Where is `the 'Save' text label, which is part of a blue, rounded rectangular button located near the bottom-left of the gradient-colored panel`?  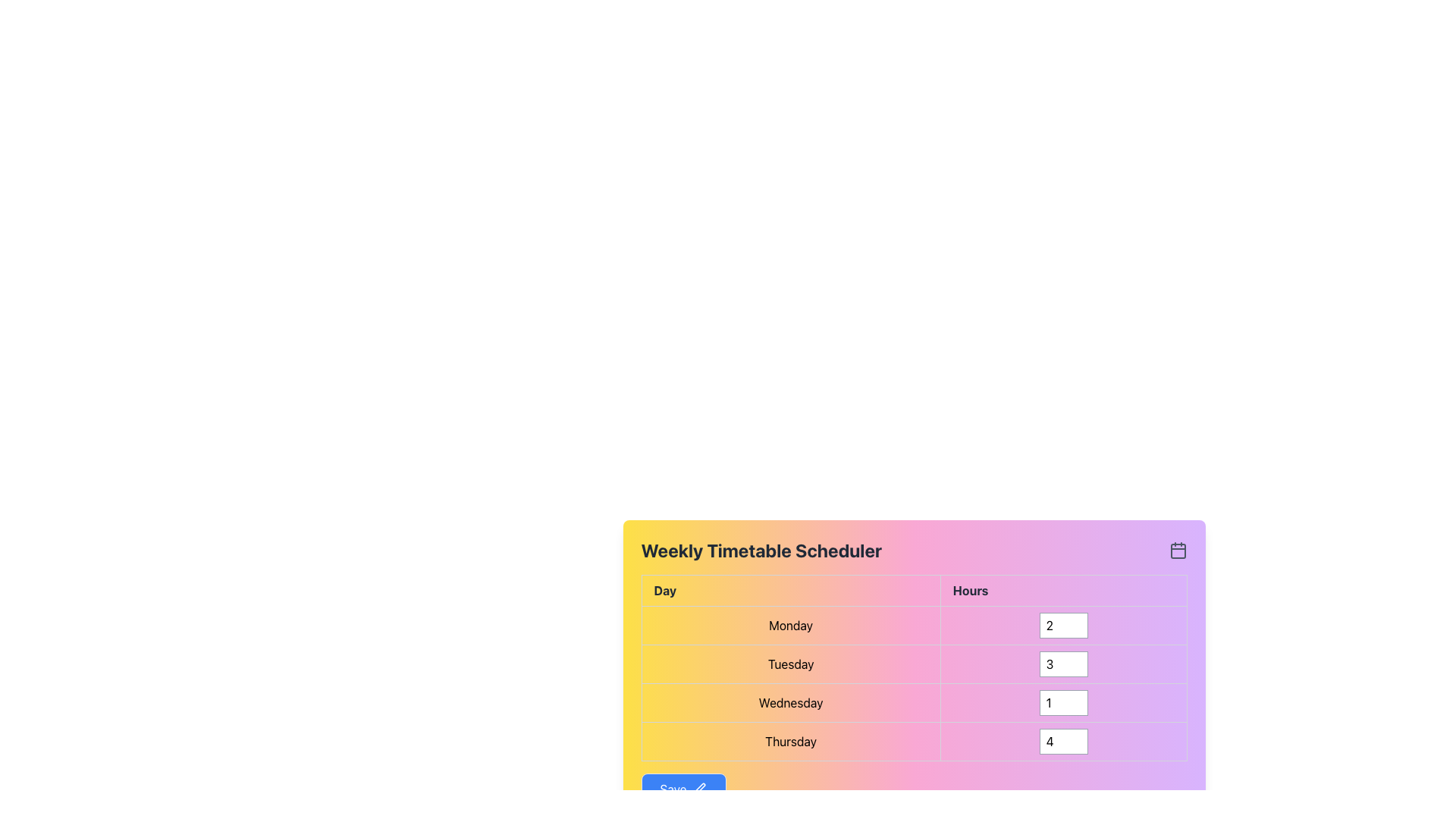 the 'Save' text label, which is part of a blue, rounded rectangular button located near the bottom-left of the gradient-colored panel is located at coordinates (673, 789).